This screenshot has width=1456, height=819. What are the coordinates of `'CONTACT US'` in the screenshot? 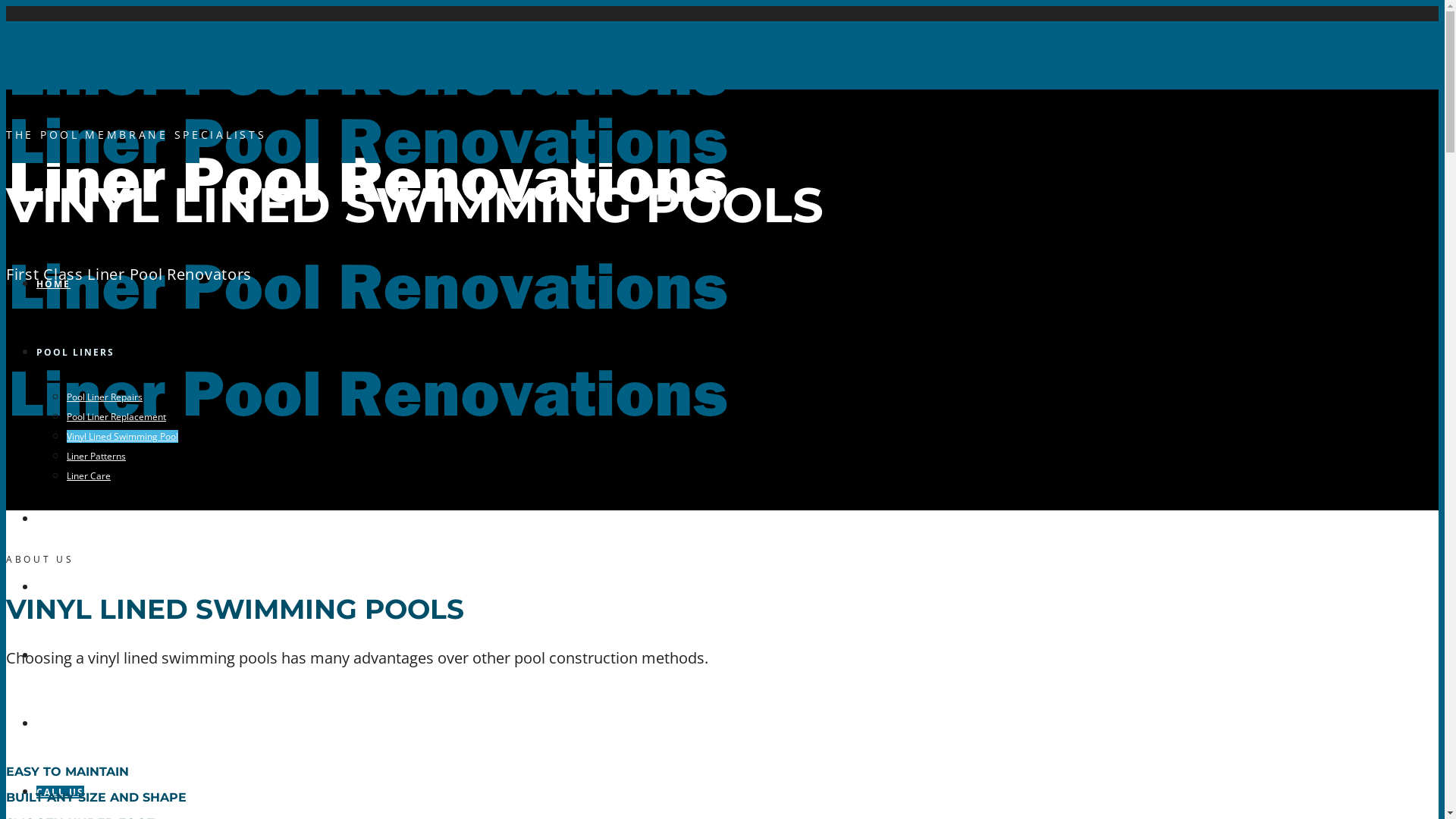 It's located at (72, 723).